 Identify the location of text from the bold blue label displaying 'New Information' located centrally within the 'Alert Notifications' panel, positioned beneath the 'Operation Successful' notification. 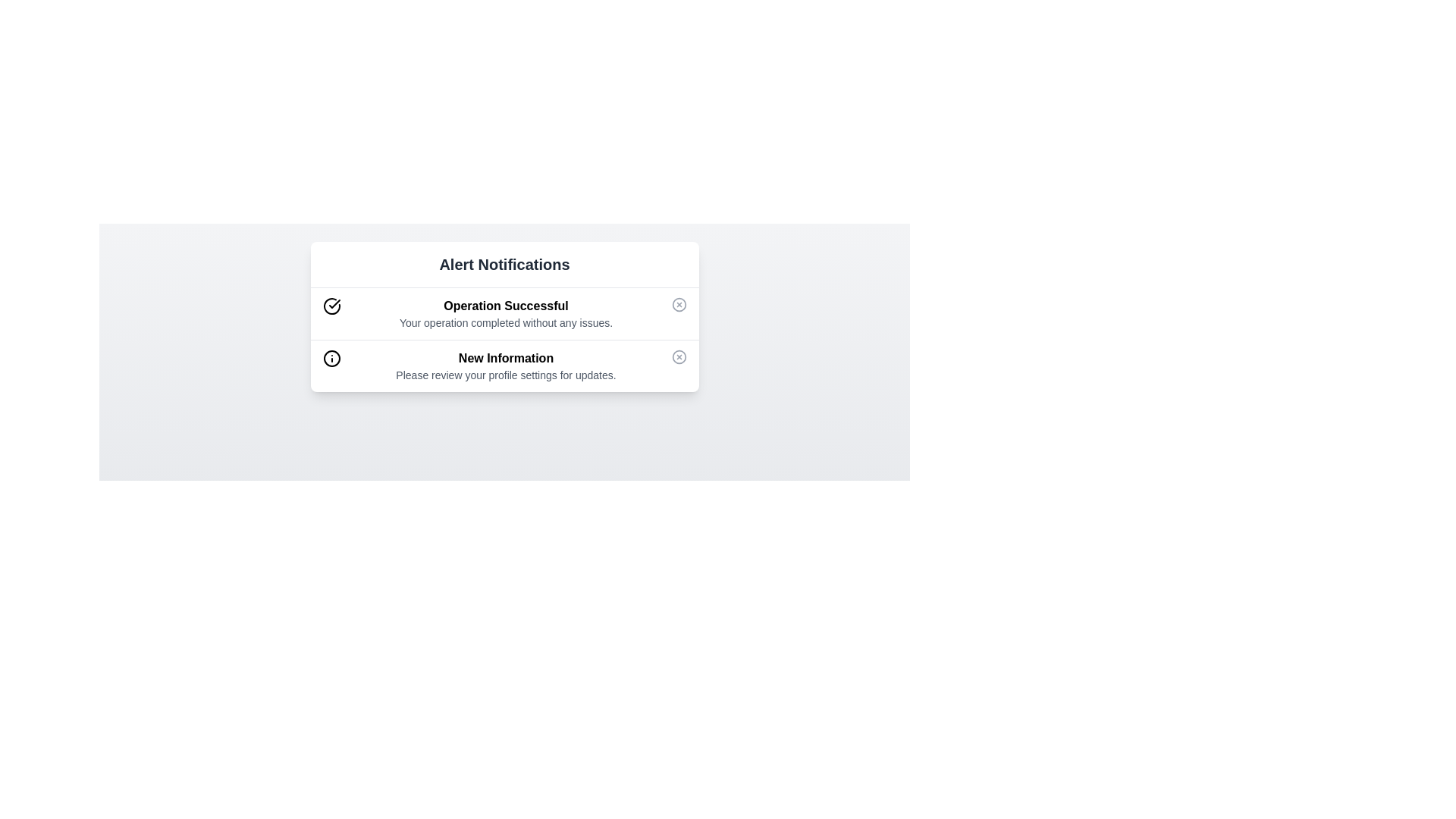
(506, 359).